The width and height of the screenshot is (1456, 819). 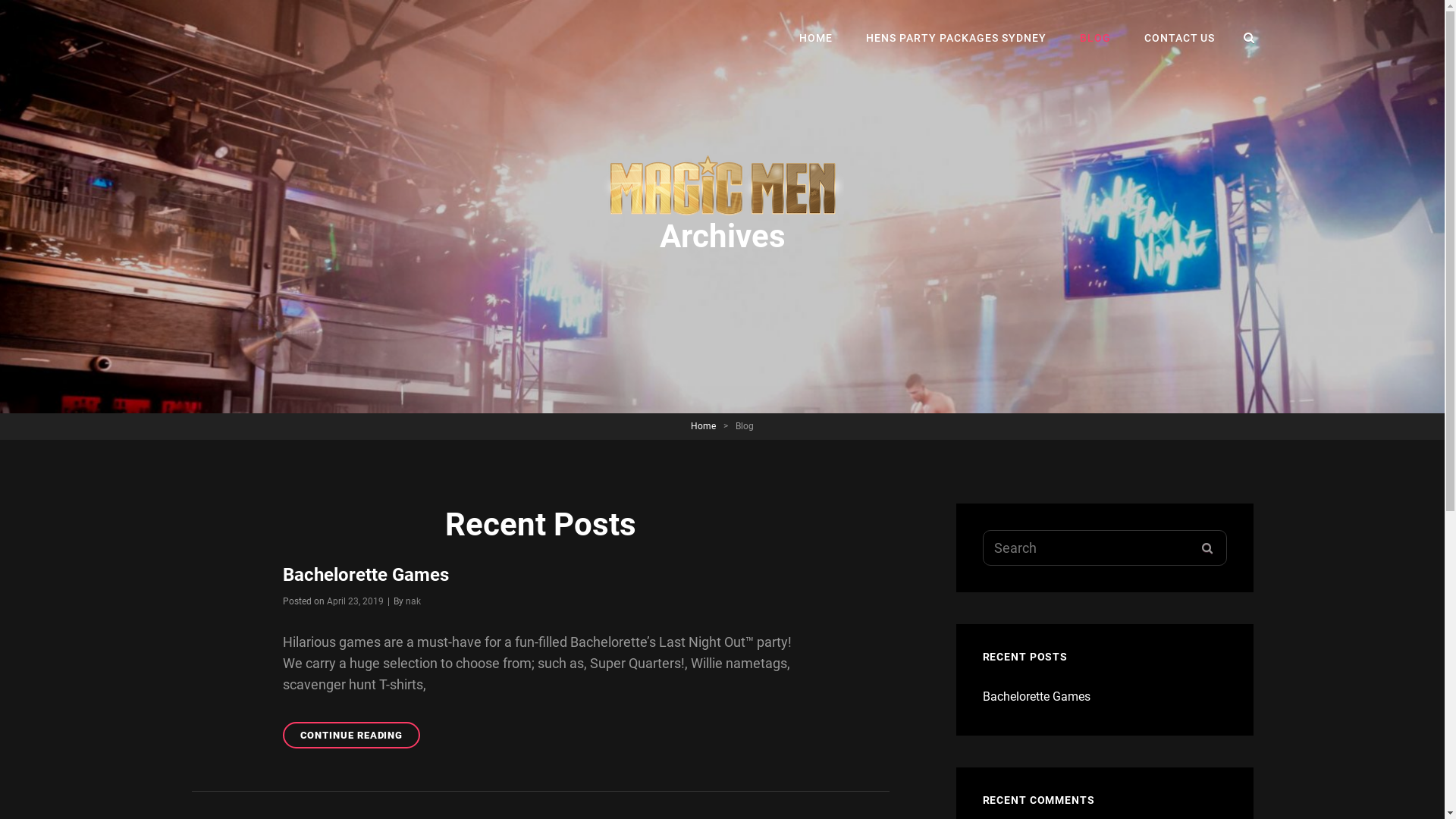 What do you see at coordinates (814, 37) in the screenshot?
I see `'HOME'` at bounding box center [814, 37].